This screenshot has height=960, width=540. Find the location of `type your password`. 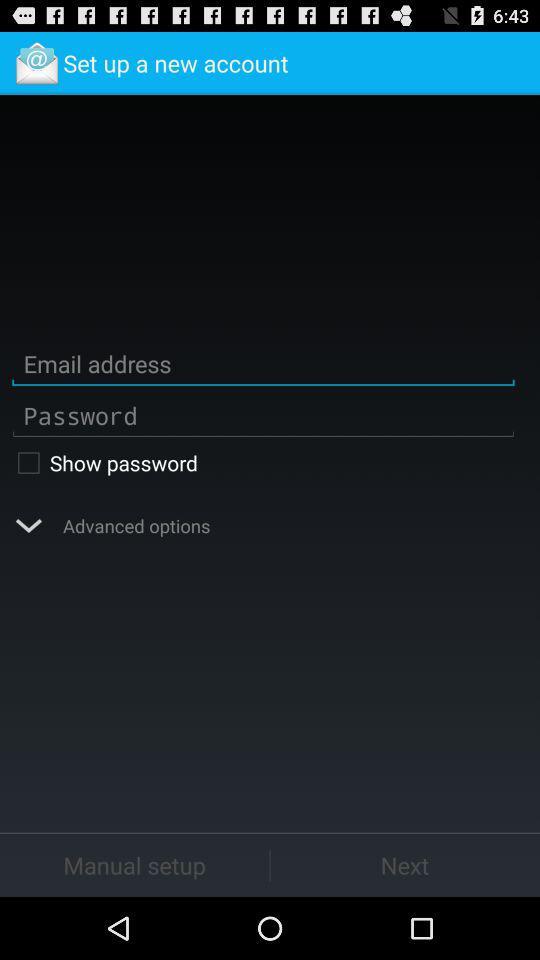

type your password is located at coordinates (263, 414).